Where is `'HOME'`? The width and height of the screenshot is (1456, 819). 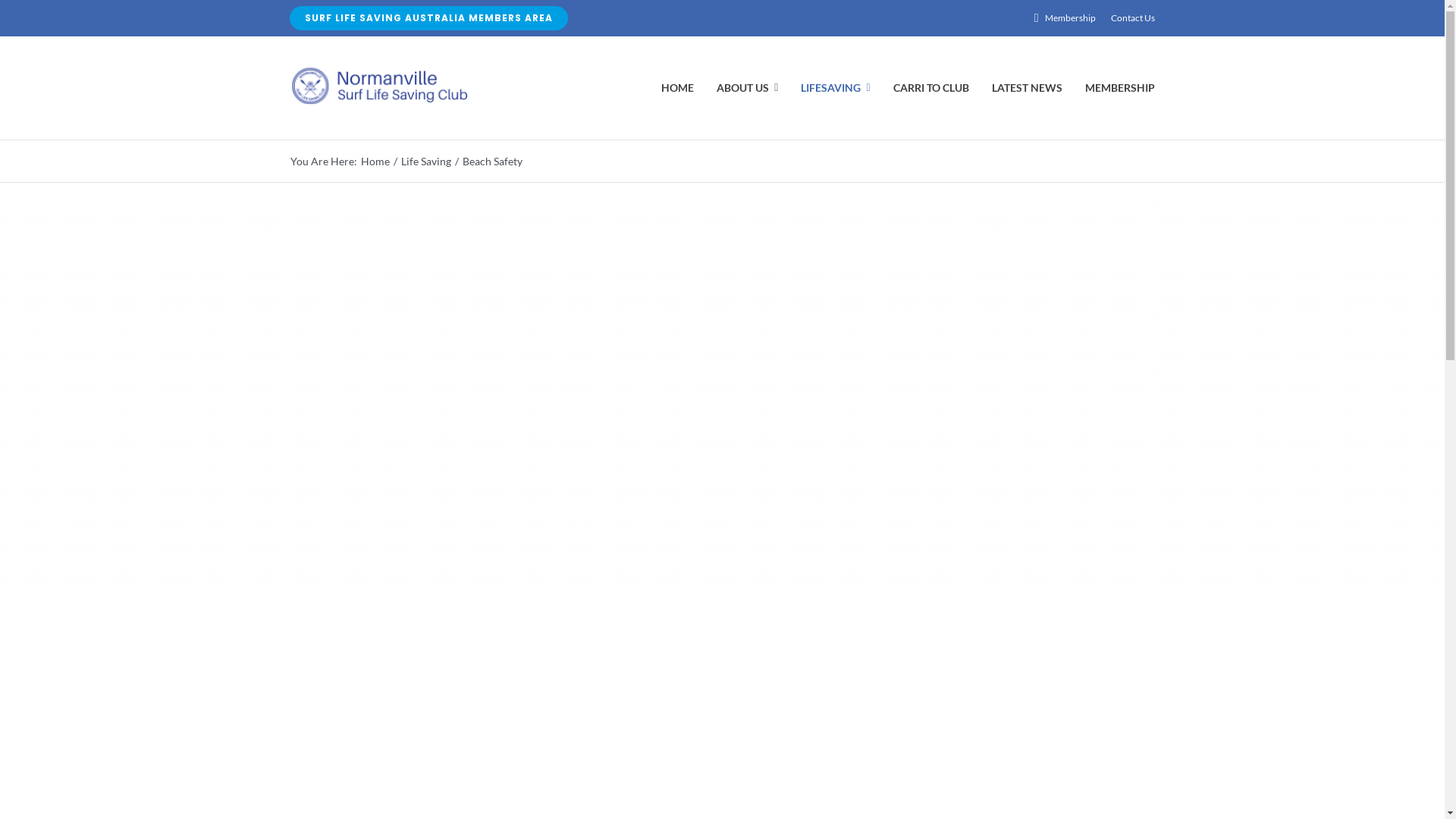
'HOME' is located at coordinates (676, 87).